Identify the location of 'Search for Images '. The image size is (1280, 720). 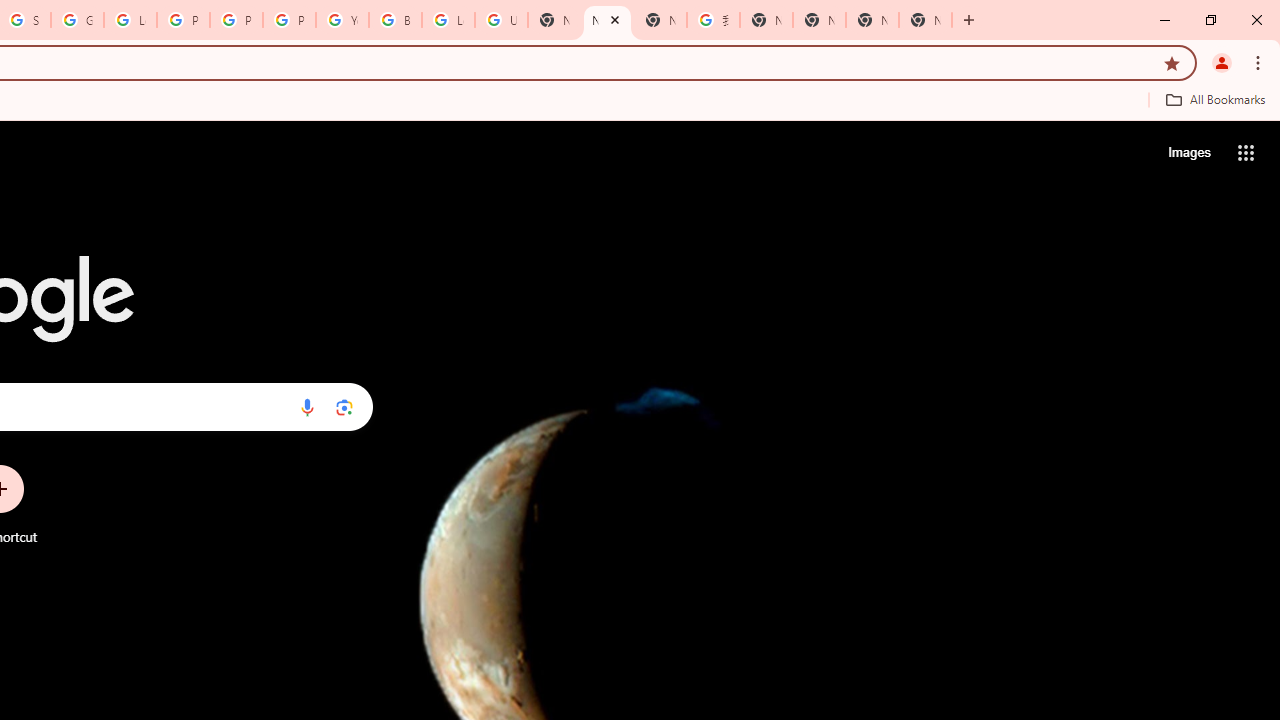
(1189, 152).